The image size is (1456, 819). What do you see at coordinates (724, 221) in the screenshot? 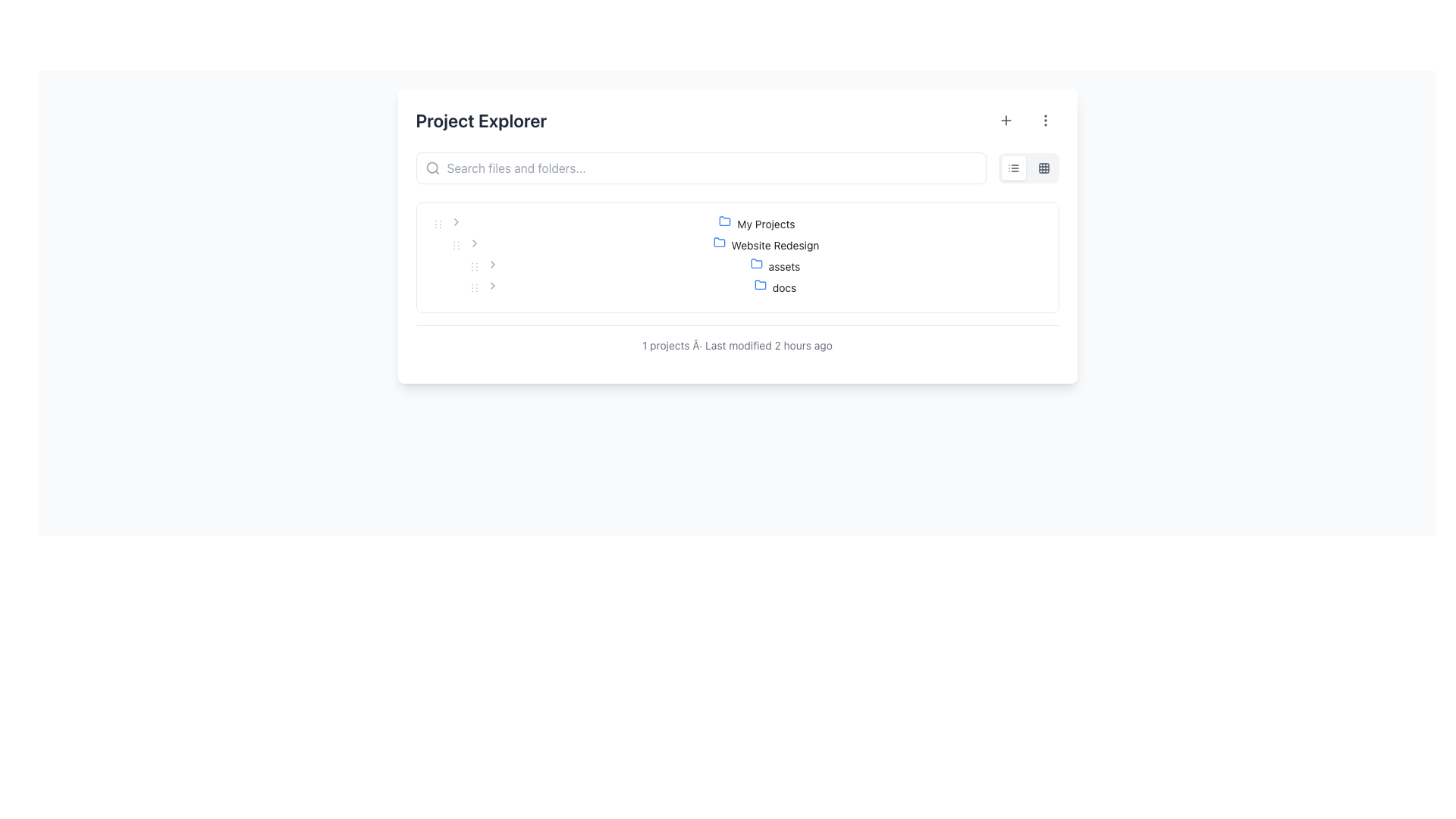
I see `the small blue folder icon next to the 'My Projects' text label in the Project Explorer` at bounding box center [724, 221].